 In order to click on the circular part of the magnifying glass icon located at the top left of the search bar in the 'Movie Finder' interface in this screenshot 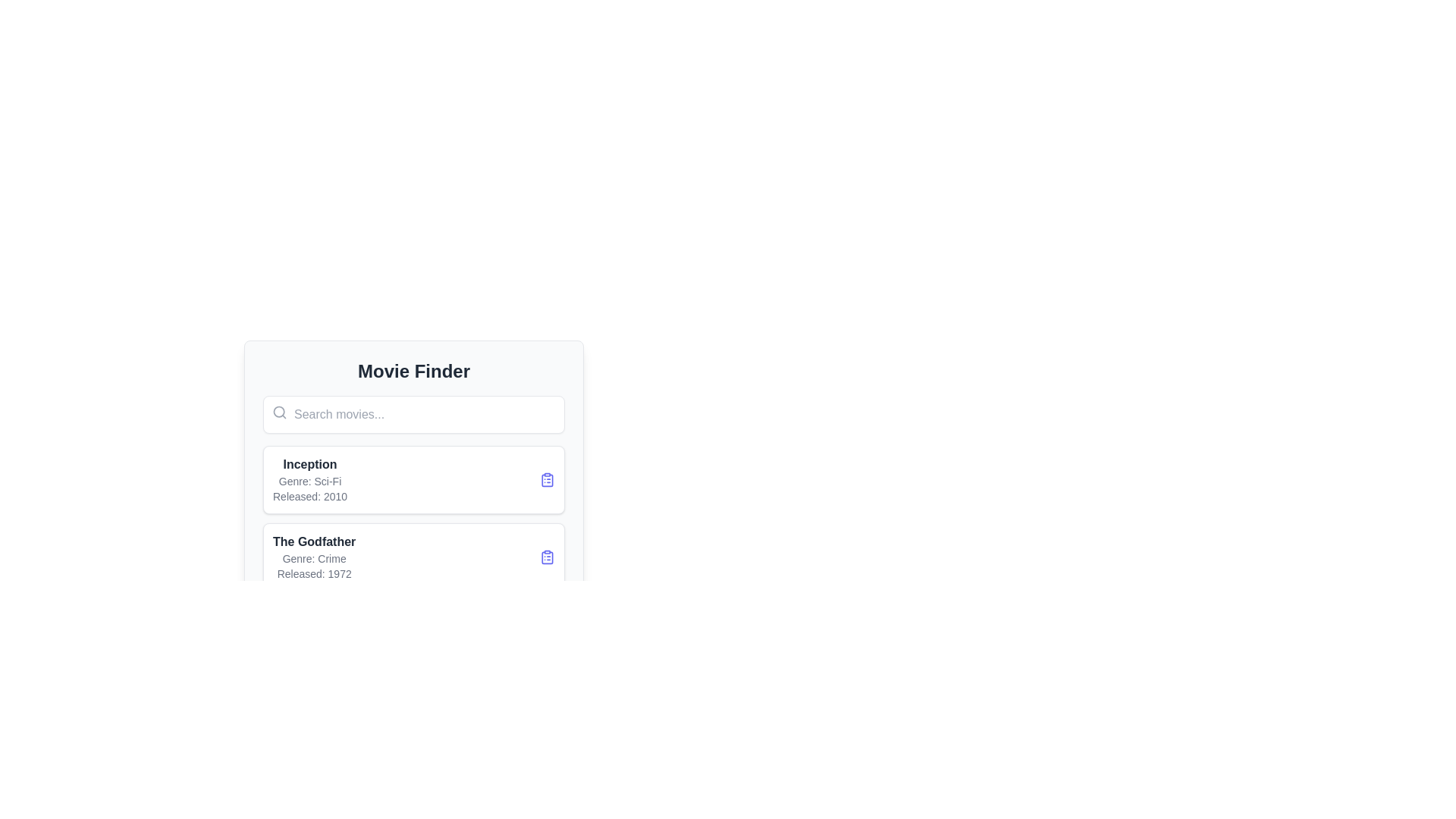, I will do `click(279, 412)`.